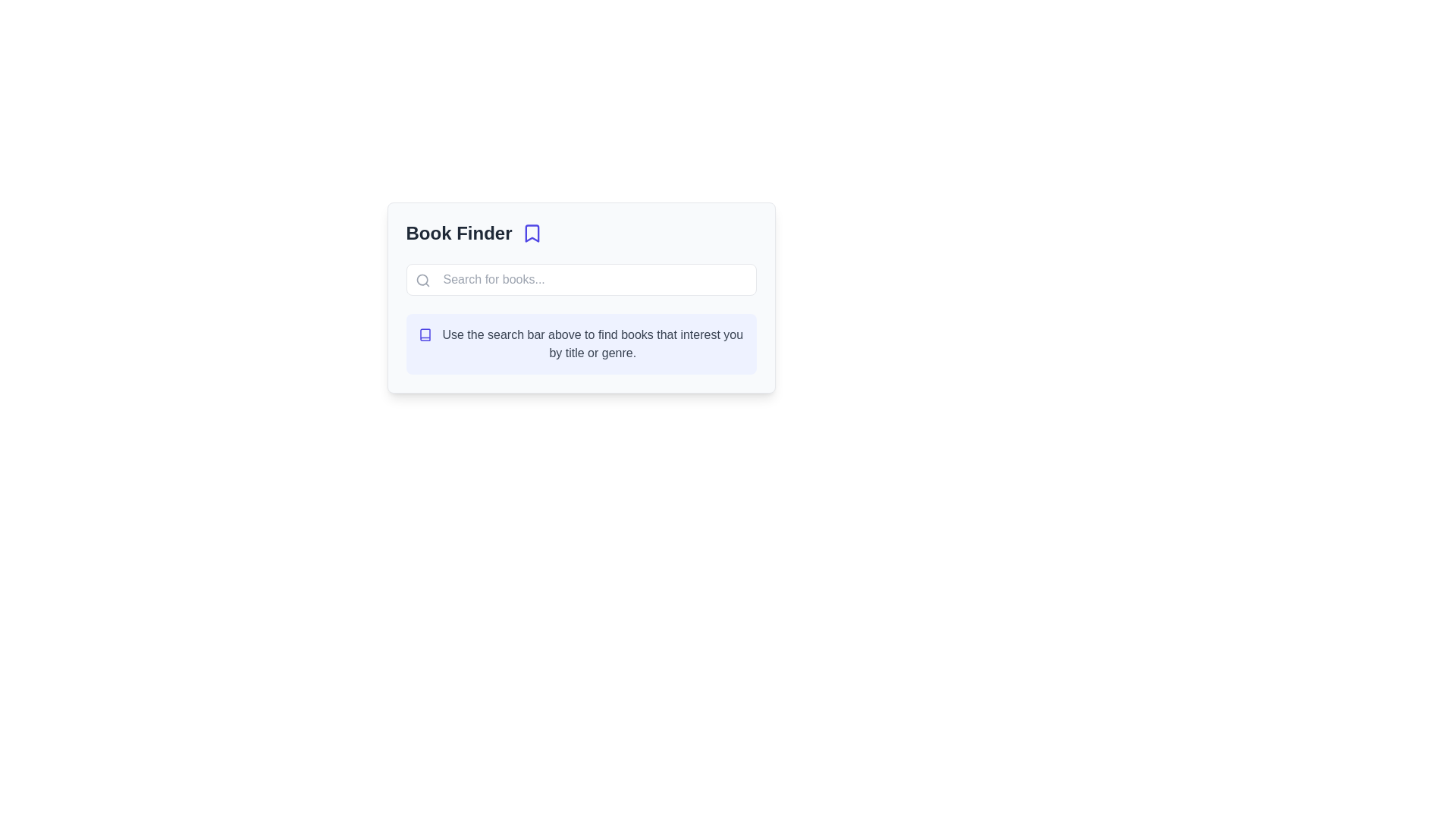 This screenshot has height=819, width=1456. Describe the element at coordinates (591, 344) in the screenshot. I see `the instructional static text element that guides users on interacting with the search bar for finding books, located below the search input field and to the right of the book icon` at that location.